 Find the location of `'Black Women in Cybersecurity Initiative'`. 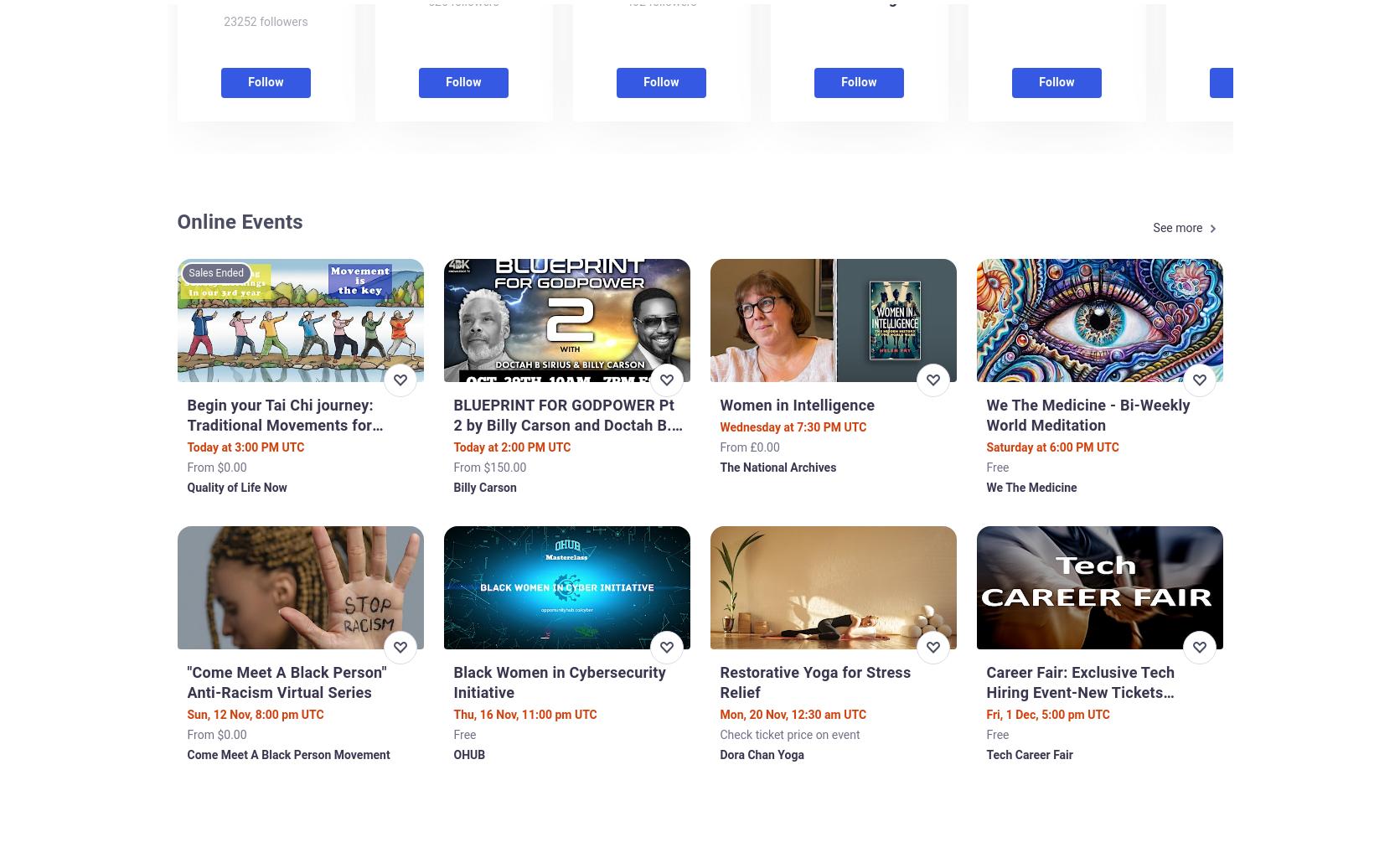

'Black Women in Cybersecurity Initiative' is located at coordinates (452, 680).